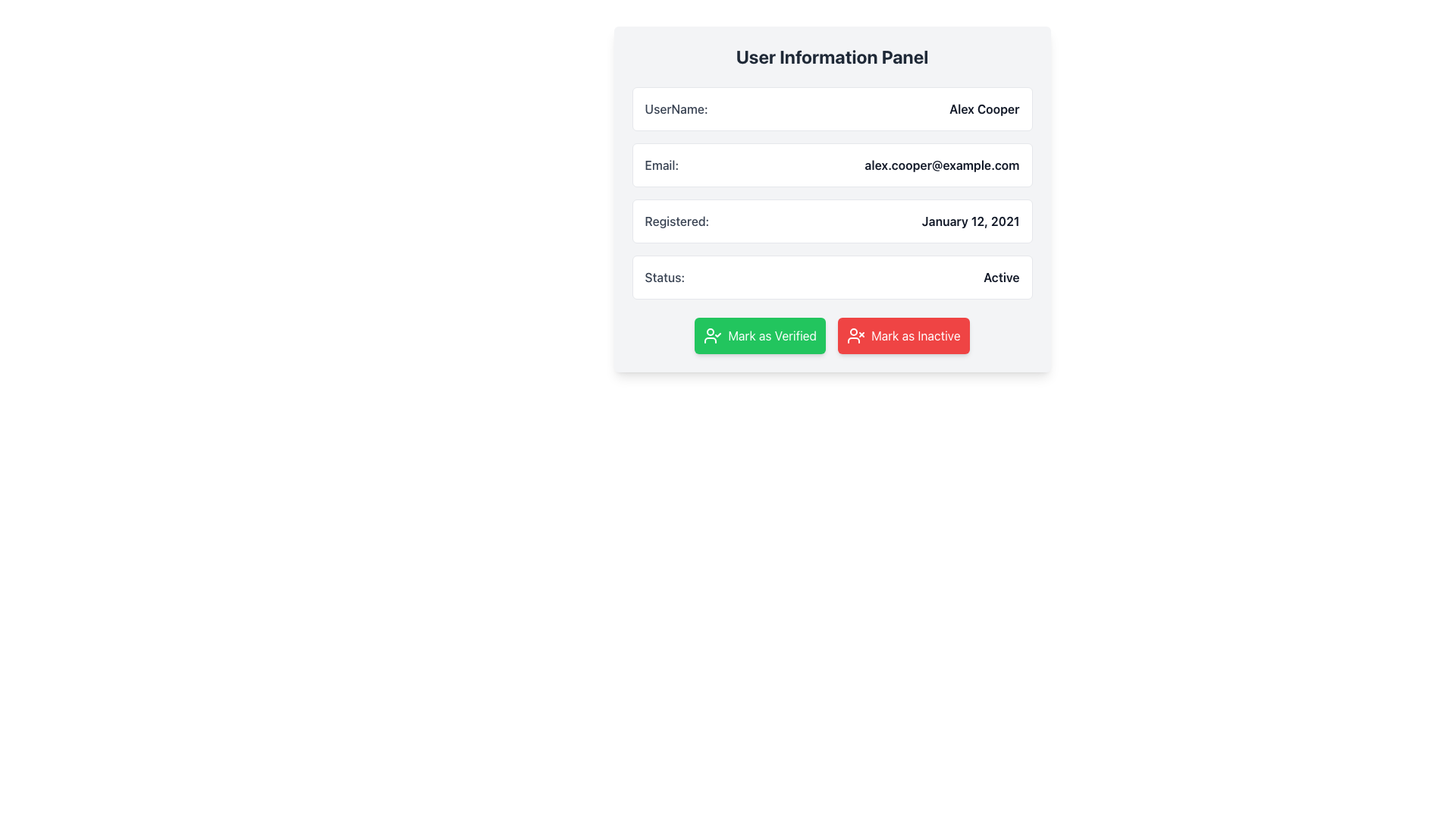  I want to click on the 'Mark Inactive' button located under the 'Status' field in the User Information Panel, so click(903, 335).